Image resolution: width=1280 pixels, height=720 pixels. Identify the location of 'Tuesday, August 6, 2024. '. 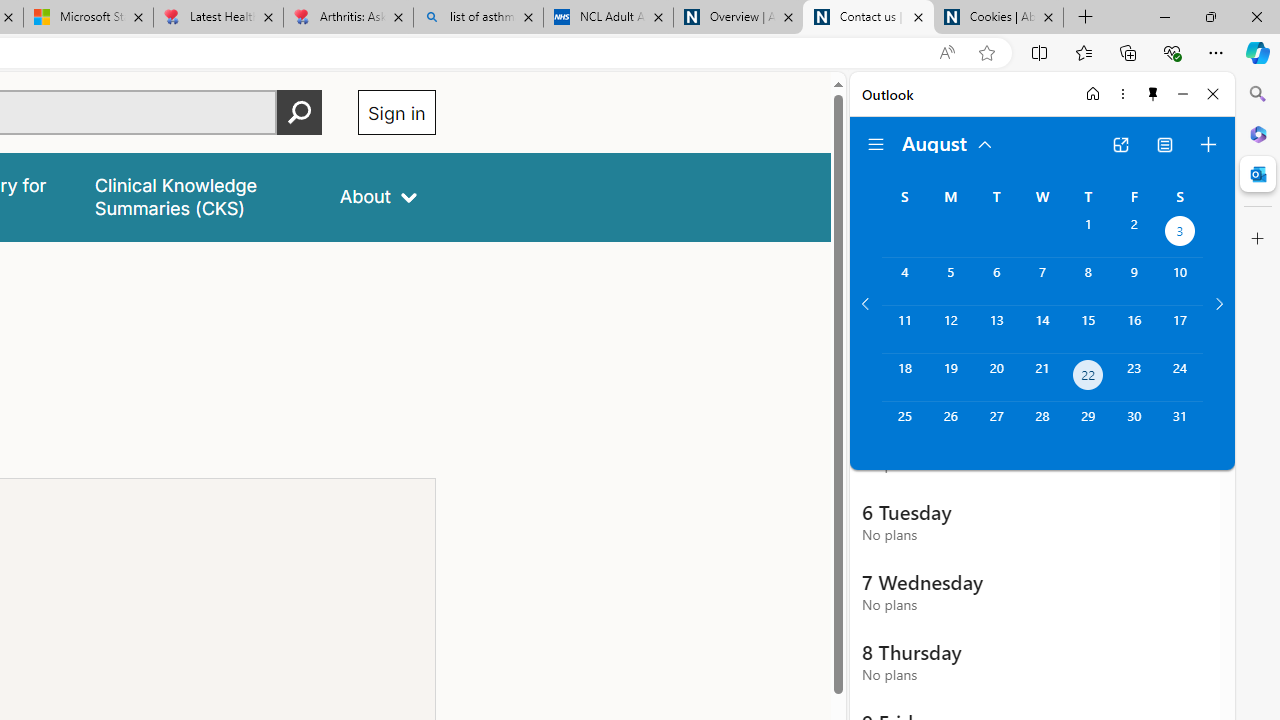
(996, 281).